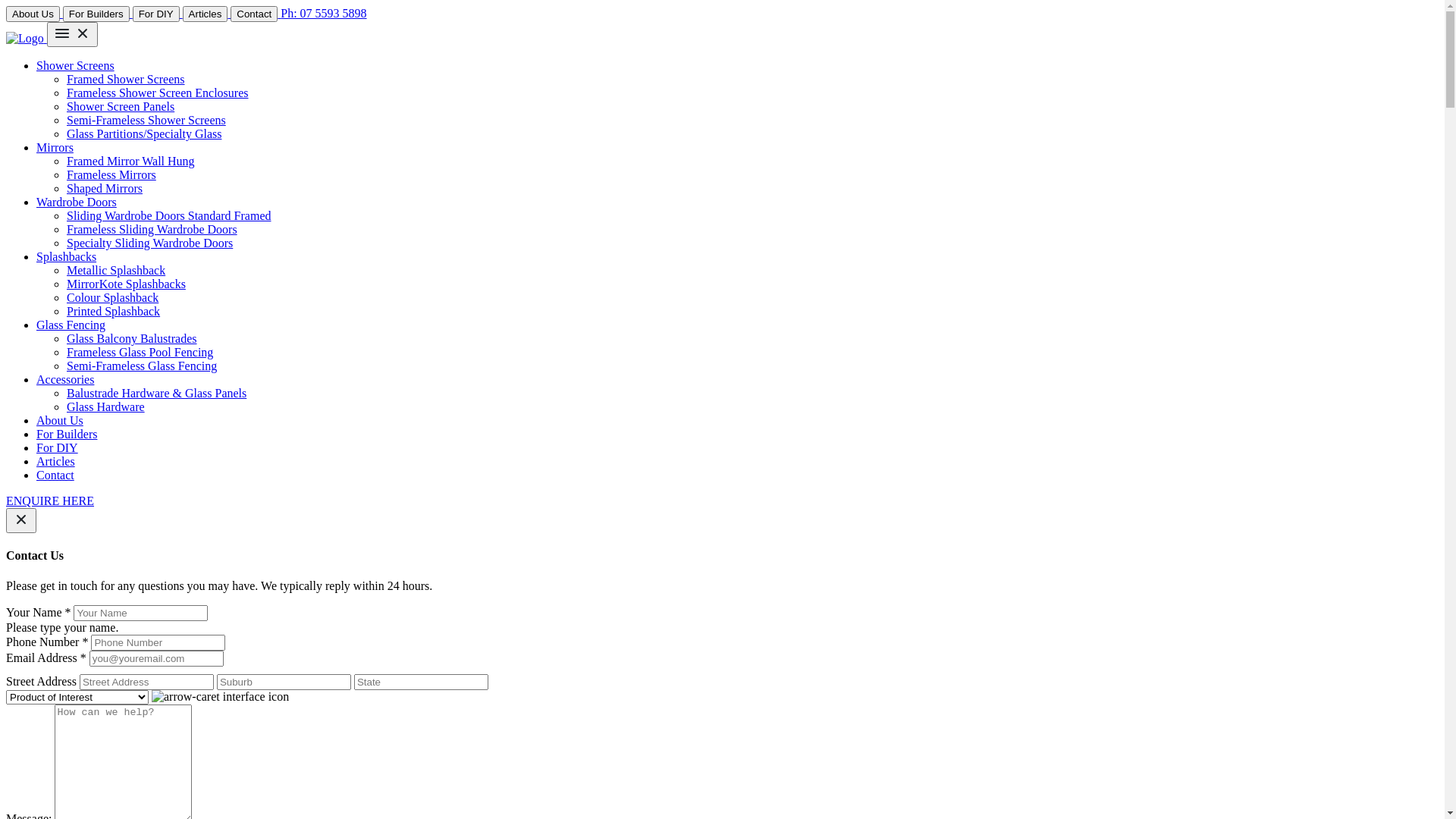 The width and height of the screenshot is (1456, 819). Describe the element at coordinates (157, 93) in the screenshot. I see `'Frameless Shower Screen Enclosures'` at that location.